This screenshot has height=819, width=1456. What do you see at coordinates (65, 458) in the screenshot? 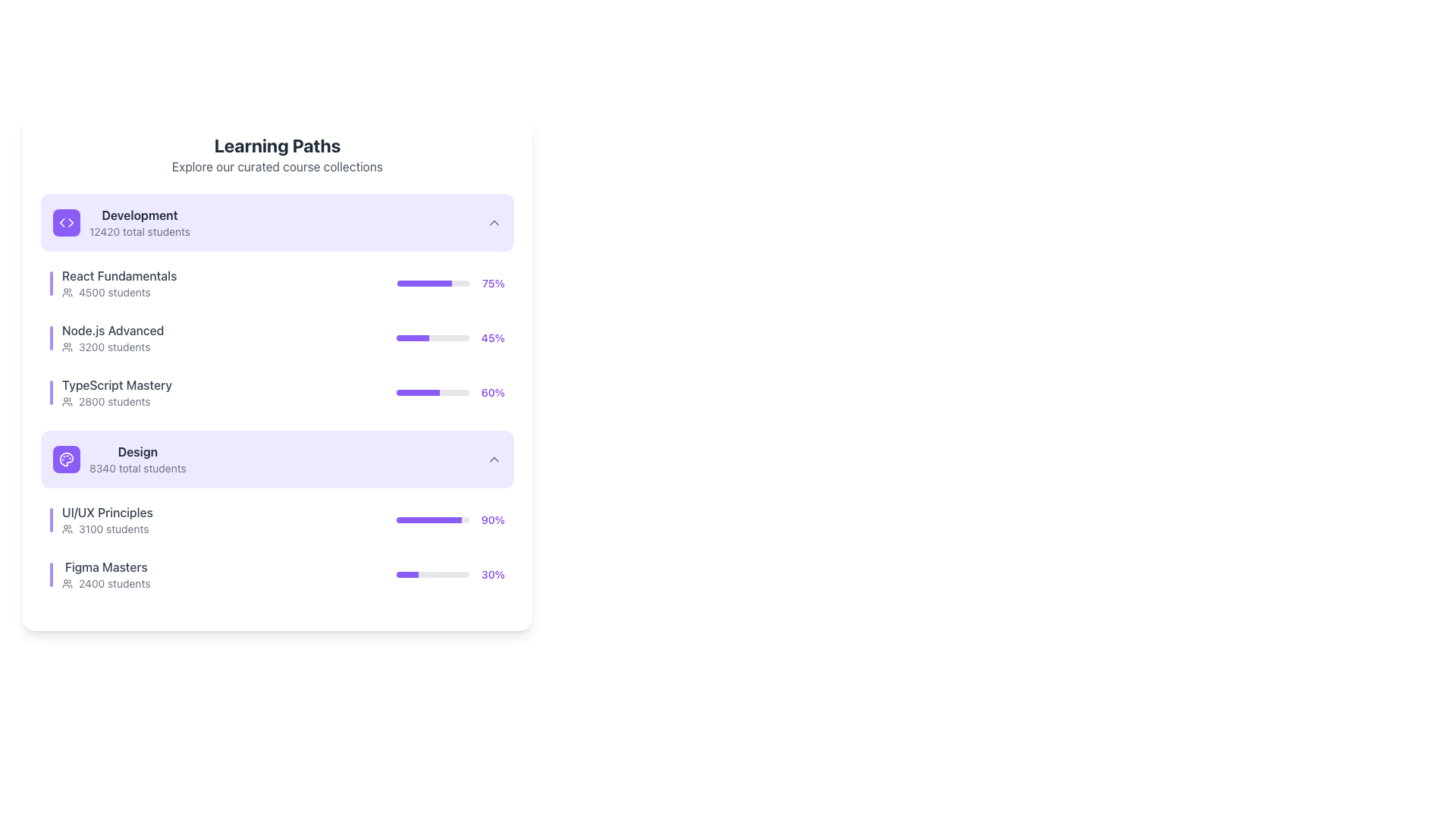
I see `the Icon Button with a violet background and a white palette icon, located in the 'Design' section, to the left of the text 'Design 8340 total students'` at bounding box center [65, 458].